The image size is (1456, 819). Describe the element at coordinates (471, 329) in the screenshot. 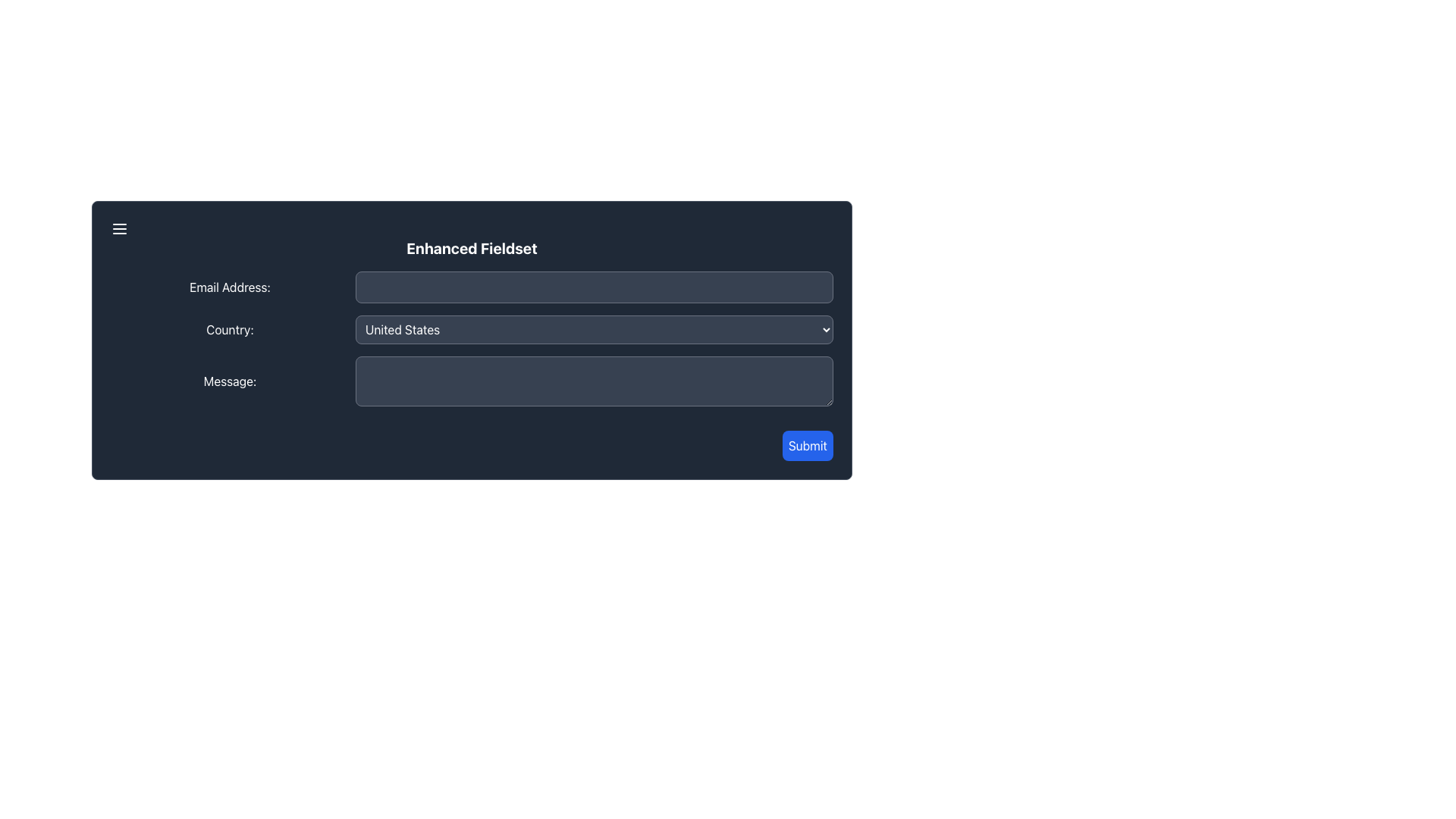

I see `the dropdown menu for selecting a country, which is centrally positioned following the 'Email Address:' section and before the 'Message:' section` at that location.